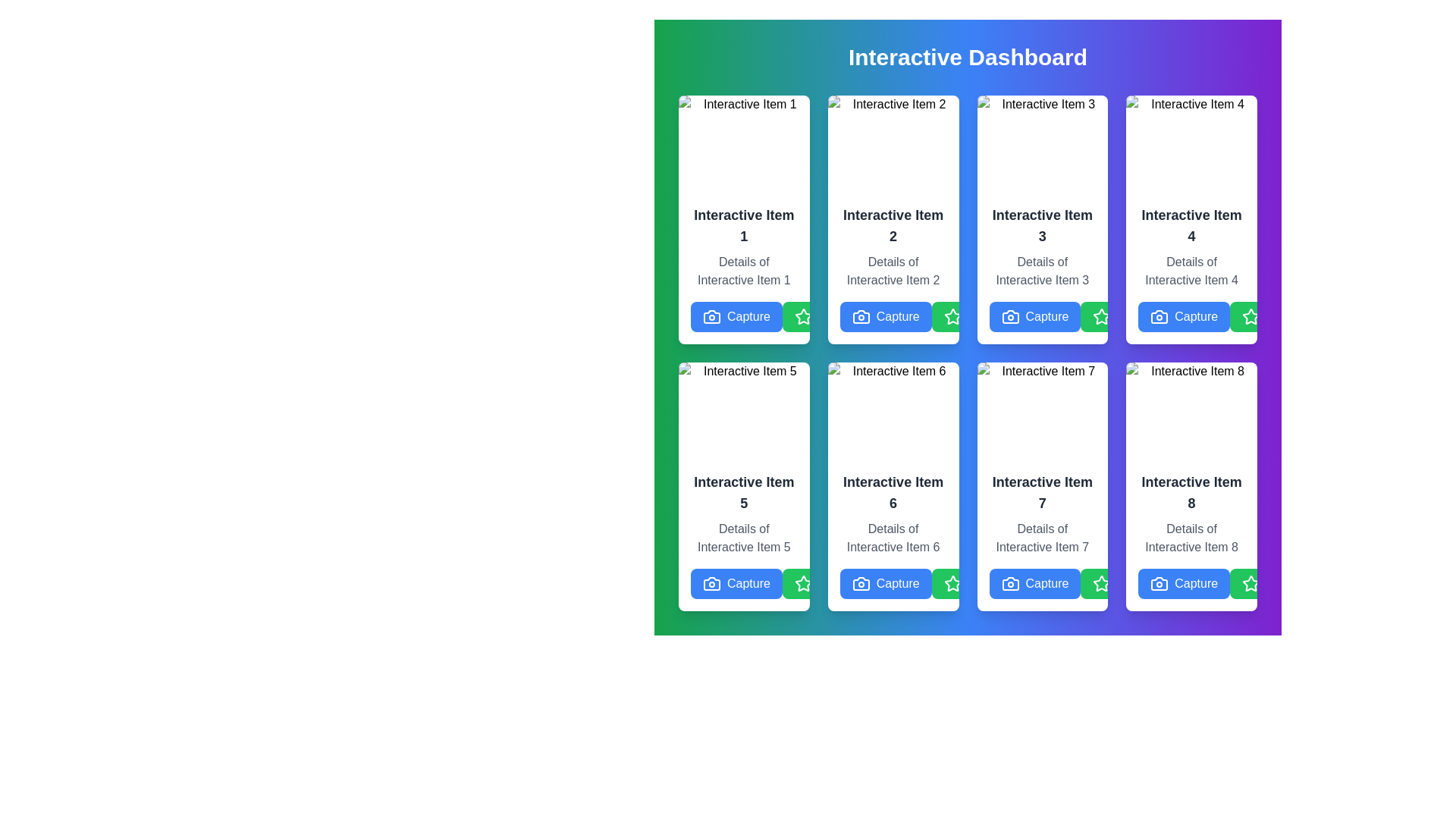 The height and width of the screenshot is (819, 1456). What do you see at coordinates (802, 315) in the screenshot?
I see `the star icon located to the left of the 'Favorite' button in the second column, first row of the grid layout` at bounding box center [802, 315].